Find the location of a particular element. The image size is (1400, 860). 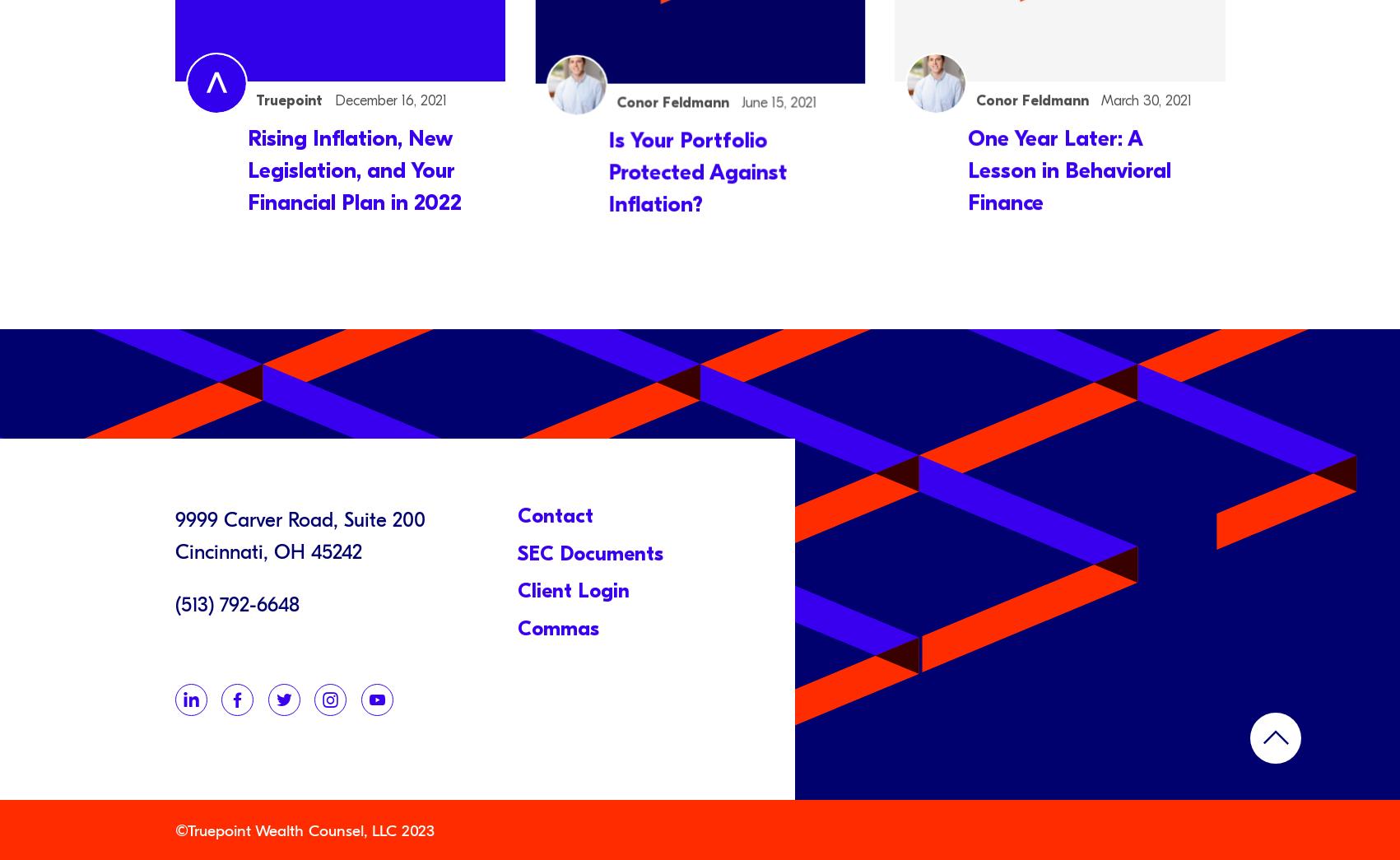

'9999 Carver Road, Suite 200' is located at coordinates (173, 518).